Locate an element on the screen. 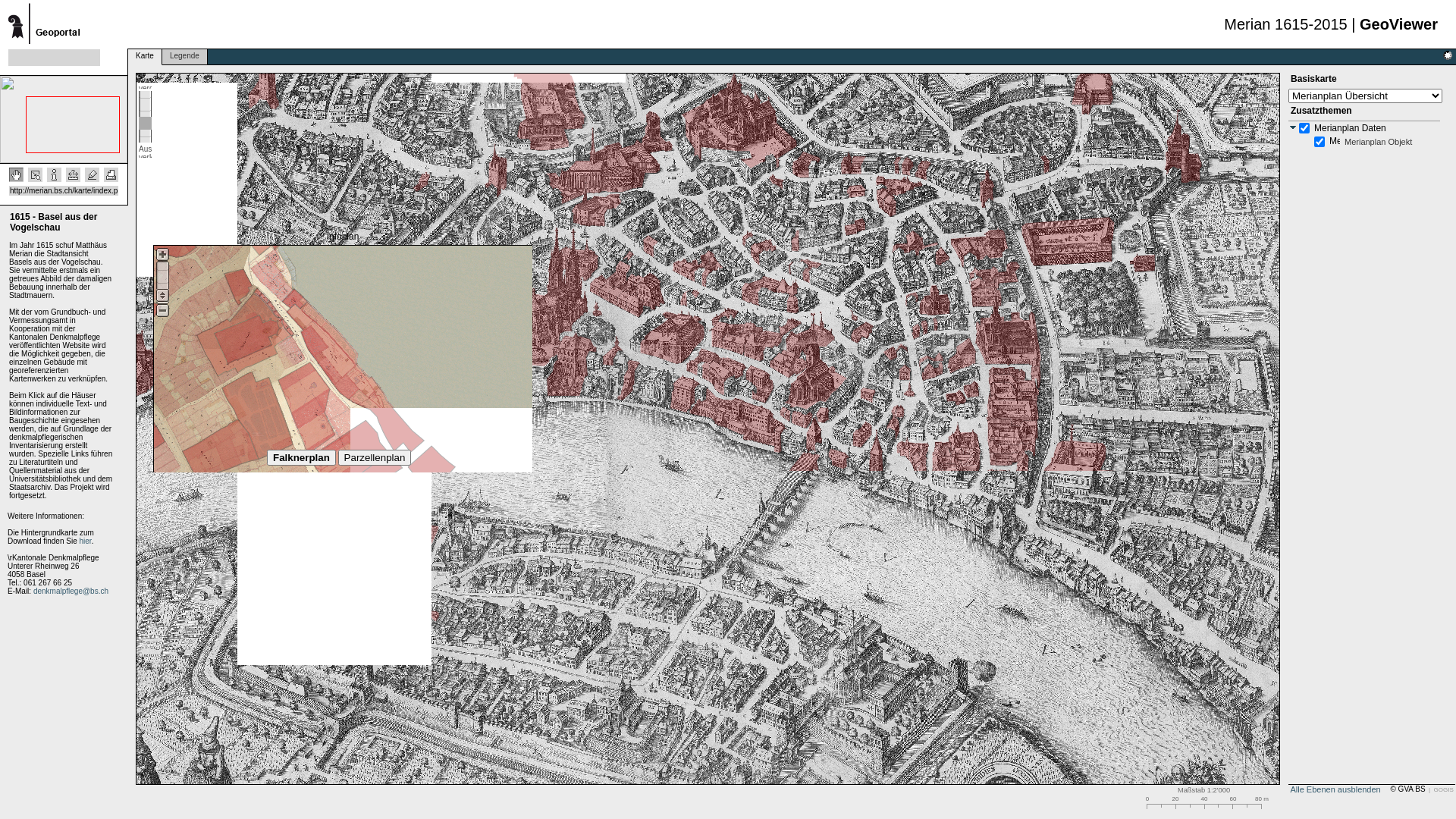 The image size is (1456, 819). 'Falknerplan' is located at coordinates (301, 457).